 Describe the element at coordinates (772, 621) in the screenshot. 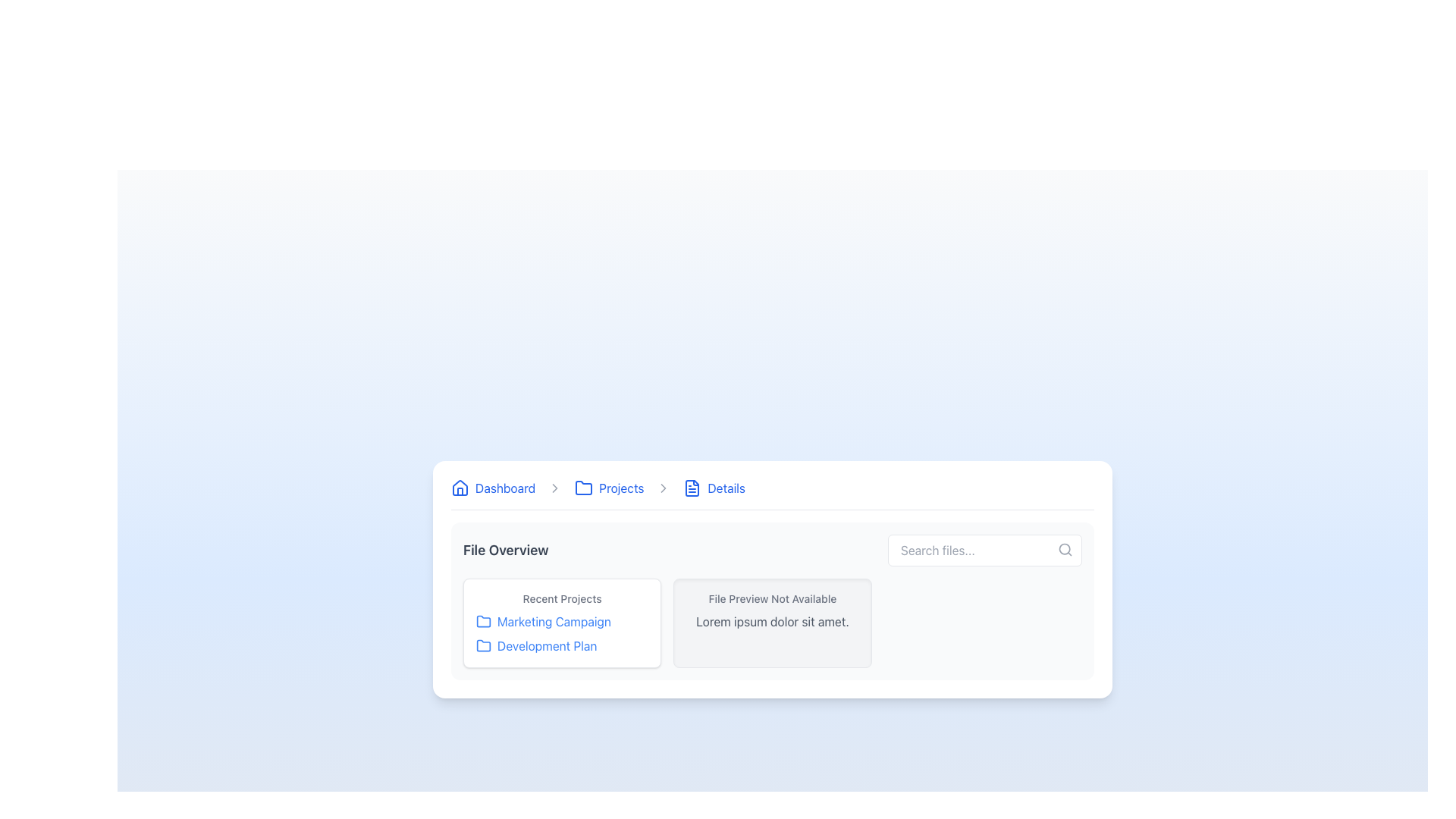

I see `the text area displaying 'Lorem ipsum dolor sit amet.' located under the 'File Preview Not Available' section in the 'File Overview' area` at that location.